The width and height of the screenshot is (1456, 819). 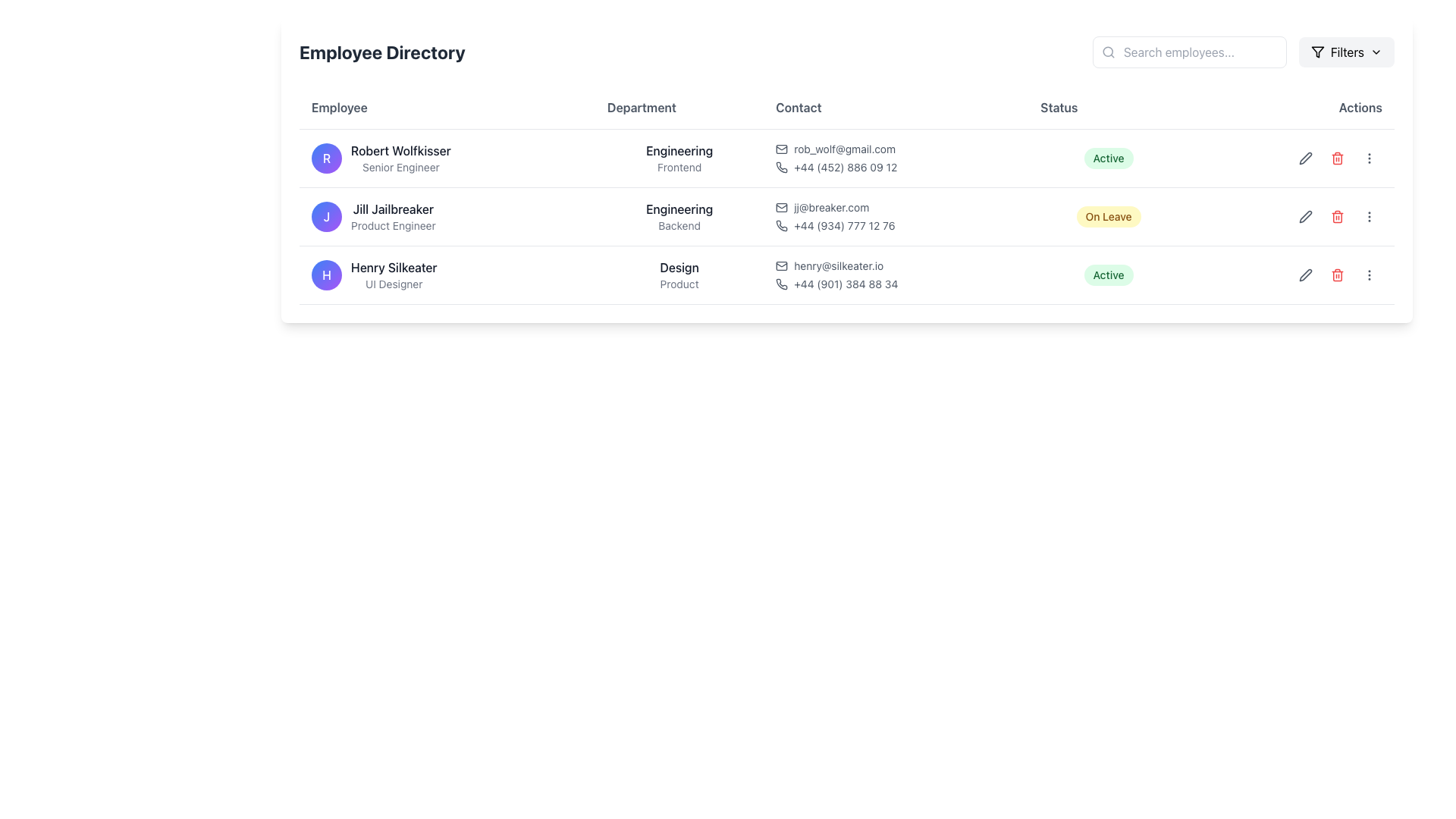 I want to click on phone number displayed in the 'Contact' section of the first row in the employee directory, which is the second piece of contact information after the email address, so click(x=896, y=167).